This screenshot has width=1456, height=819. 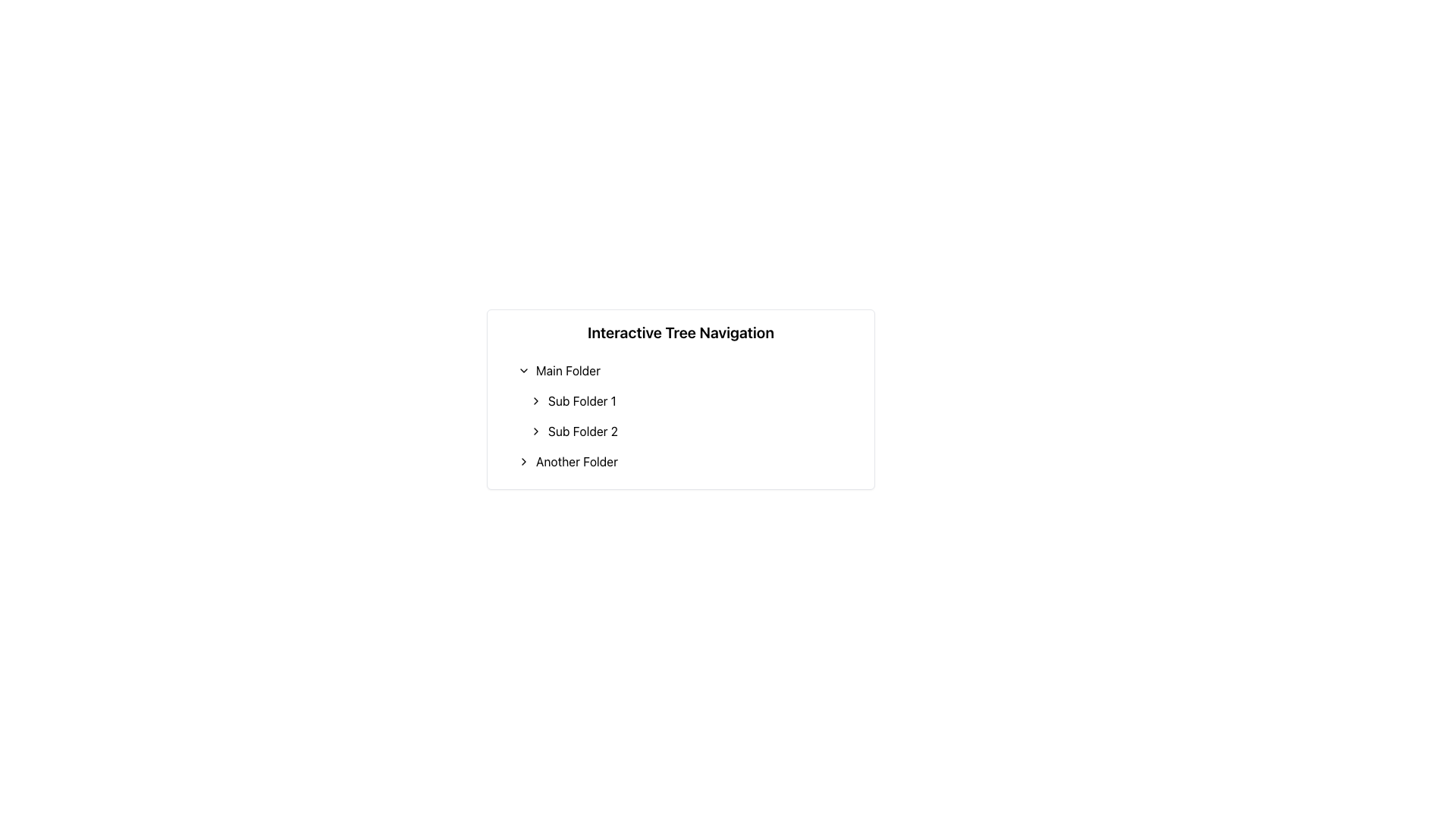 I want to click on the right-facing chevron icon that is located to the left of the text 'Another Folder', so click(x=524, y=461).